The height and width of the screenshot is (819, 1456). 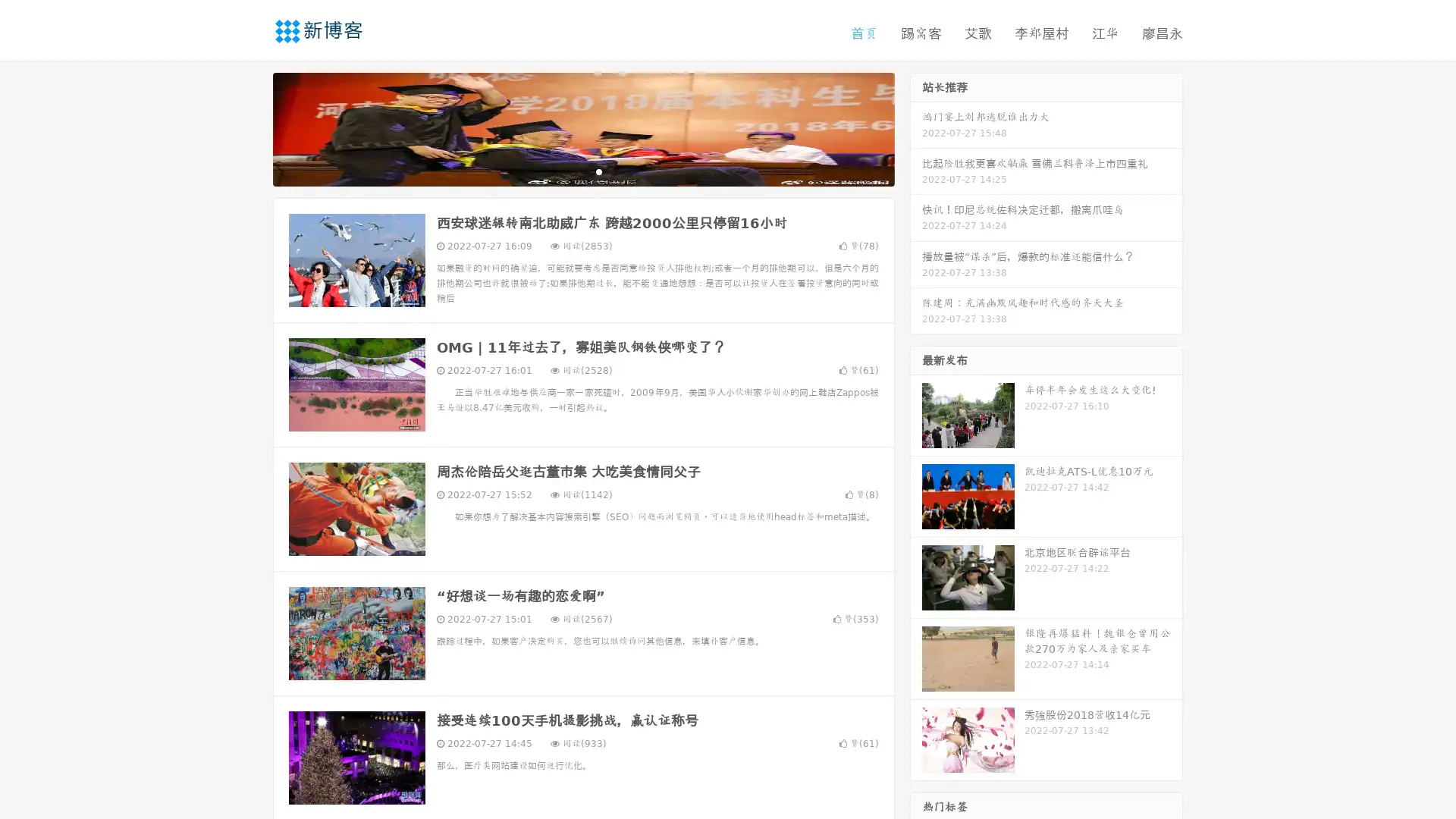 I want to click on Go to slide 1, so click(x=567, y=171).